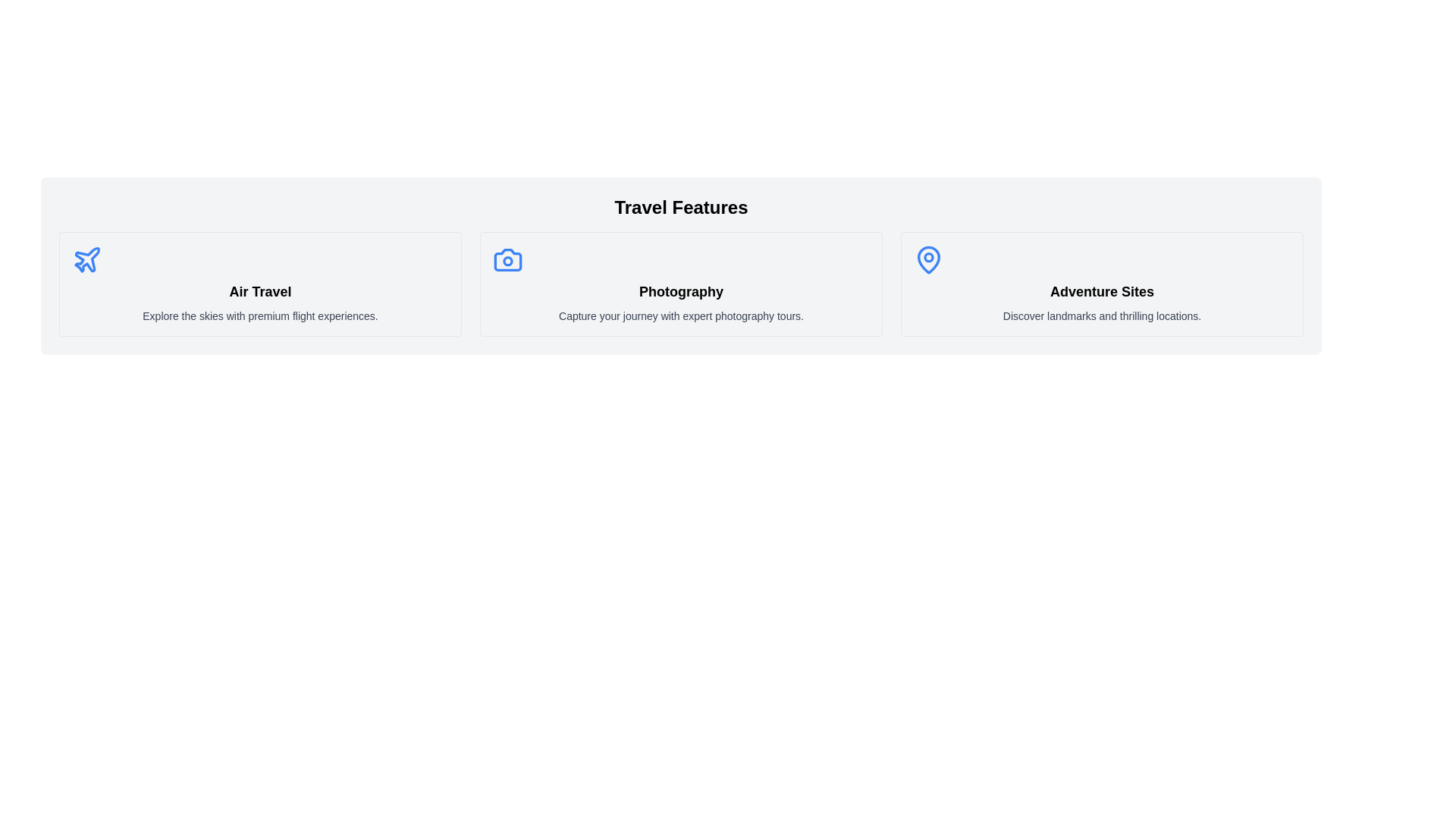 This screenshot has height=819, width=1456. What do you see at coordinates (680, 315) in the screenshot?
I see `the static text block that reads 'Capture your journey with expert photography tours.' located beneath the header 'Photography' in the central card` at bounding box center [680, 315].